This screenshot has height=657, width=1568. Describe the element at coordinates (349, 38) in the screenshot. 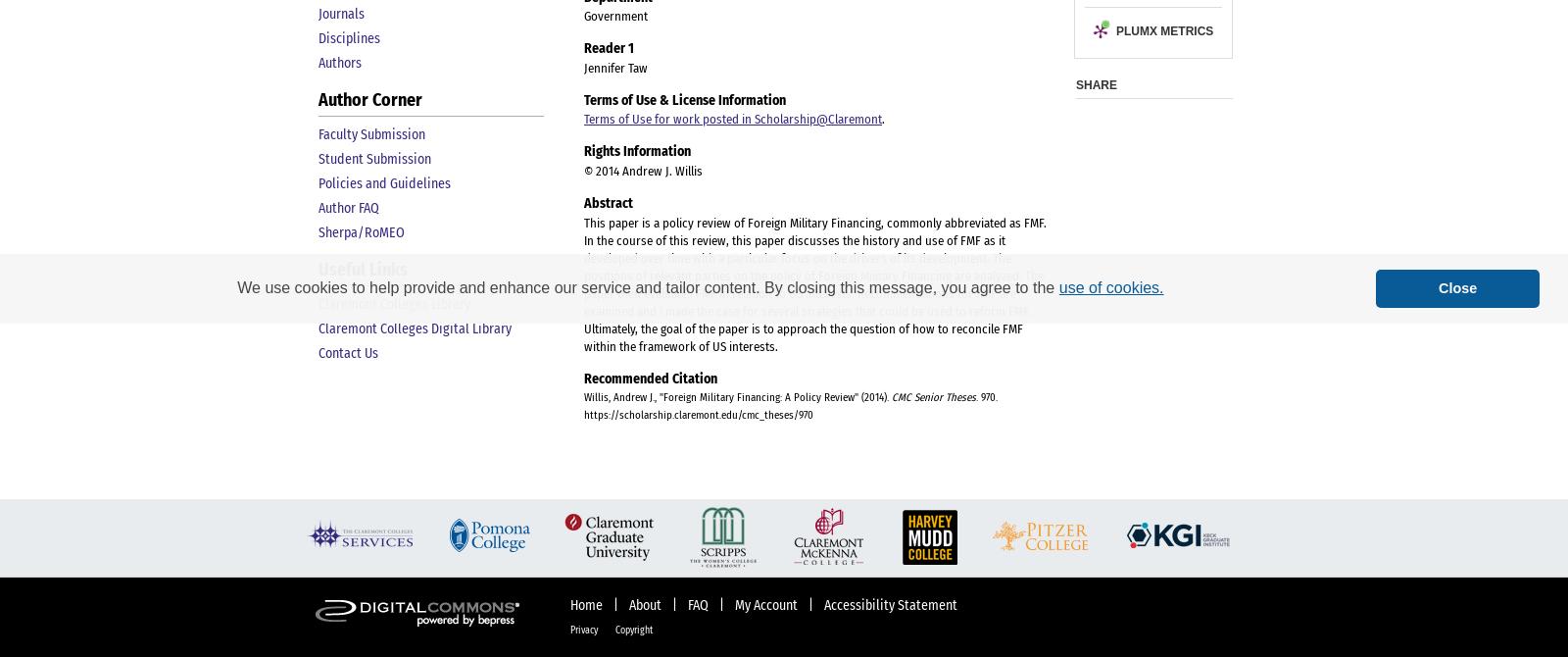

I see `'Disciplines'` at that location.